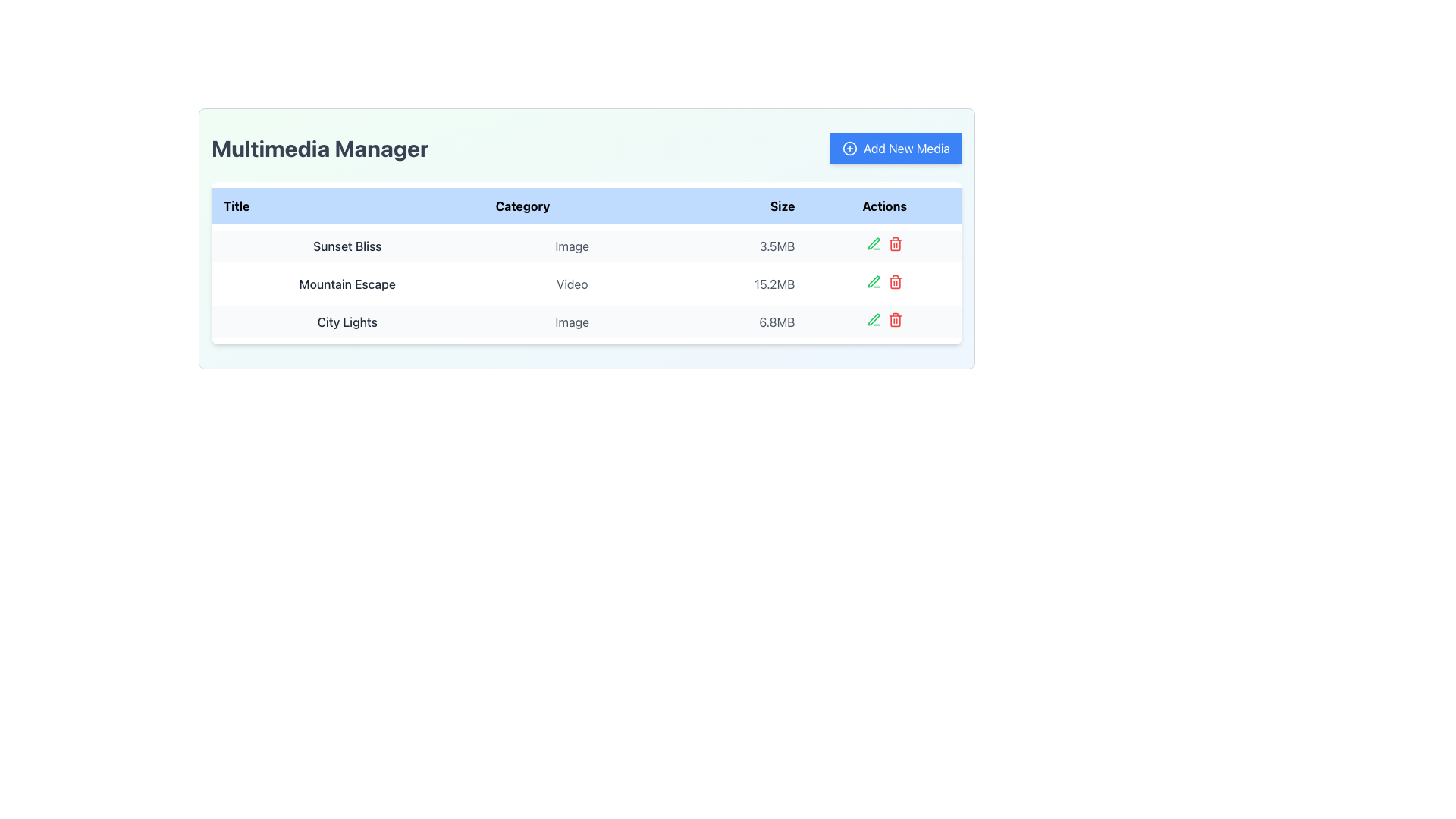 This screenshot has width=1456, height=819. What do you see at coordinates (571, 245) in the screenshot?
I see `the label in the second column of the first row that describes the item 'Sunset Bliss', which is adjacent to '3.5MB'` at bounding box center [571, 245].